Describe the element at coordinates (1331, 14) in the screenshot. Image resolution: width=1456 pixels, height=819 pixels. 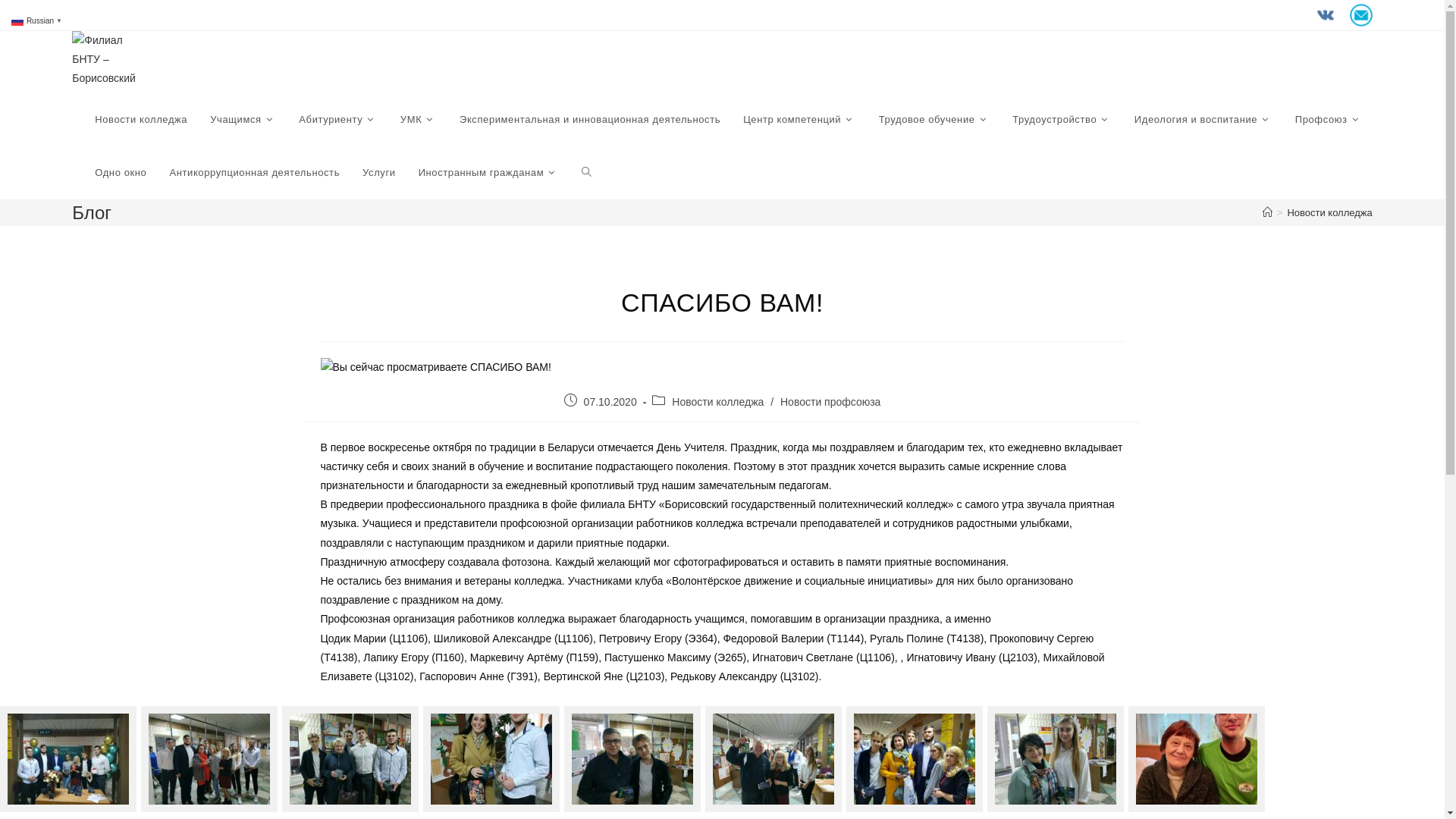
I see `'   '` at that location.